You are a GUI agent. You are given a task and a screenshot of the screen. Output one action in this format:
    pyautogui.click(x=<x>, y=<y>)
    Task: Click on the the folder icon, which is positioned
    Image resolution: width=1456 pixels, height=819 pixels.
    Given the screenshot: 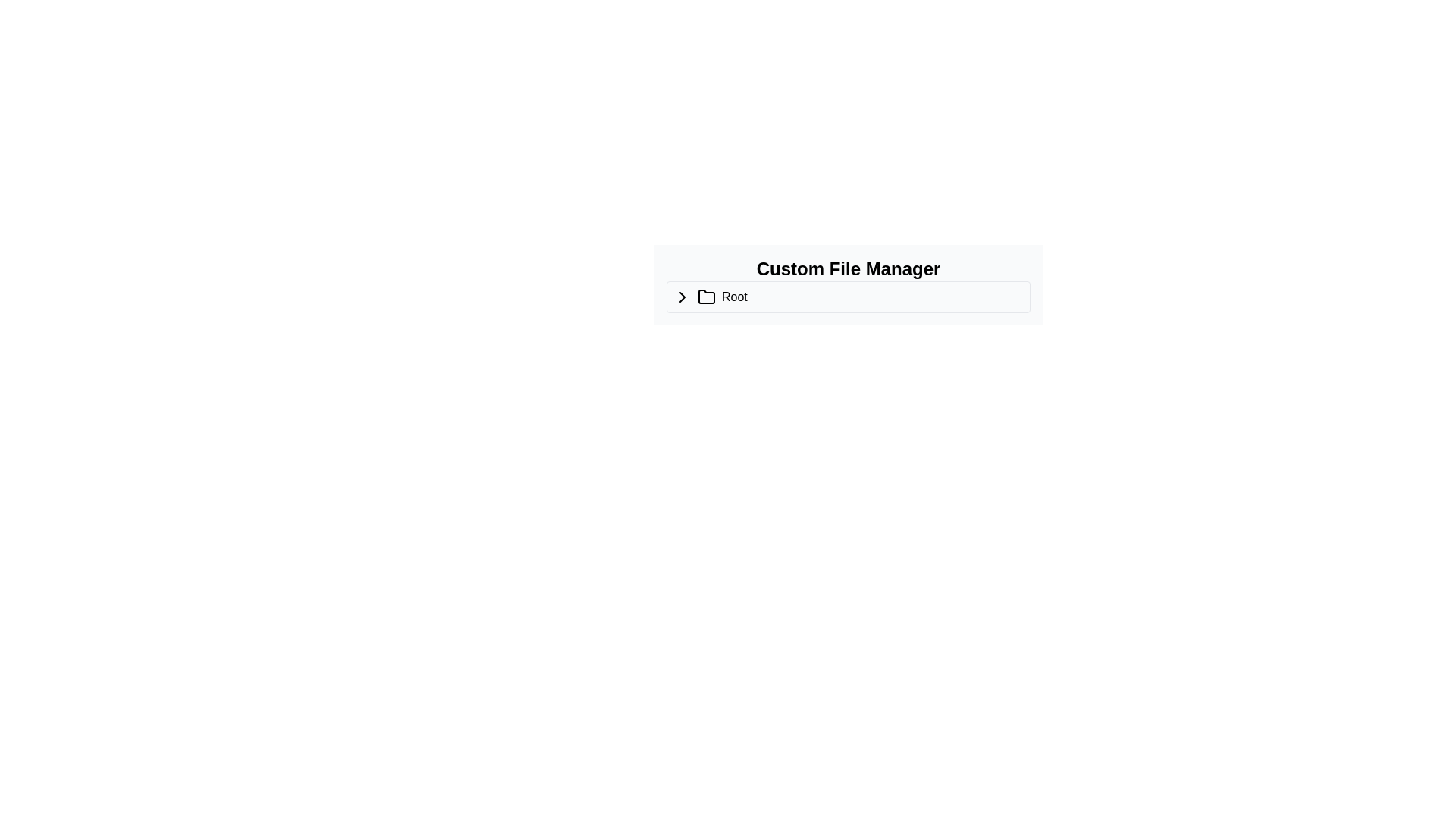 What is the action you would take?
    pyautogui.click(x=705, y=297)
    